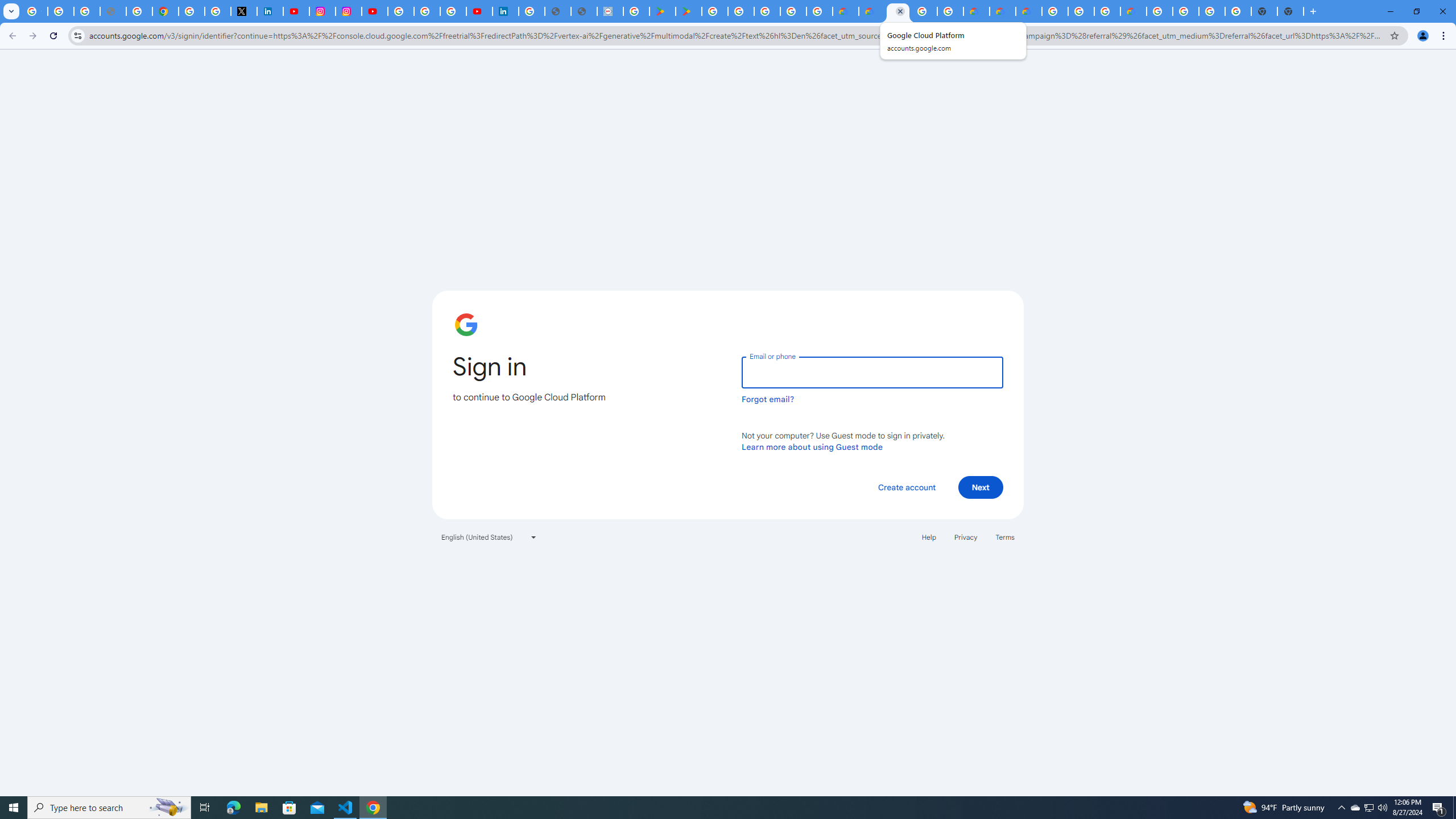 The width and height of the screenshot is (1456, 819). I want to click on 'Data Privacy Framework', so click(610, 11).